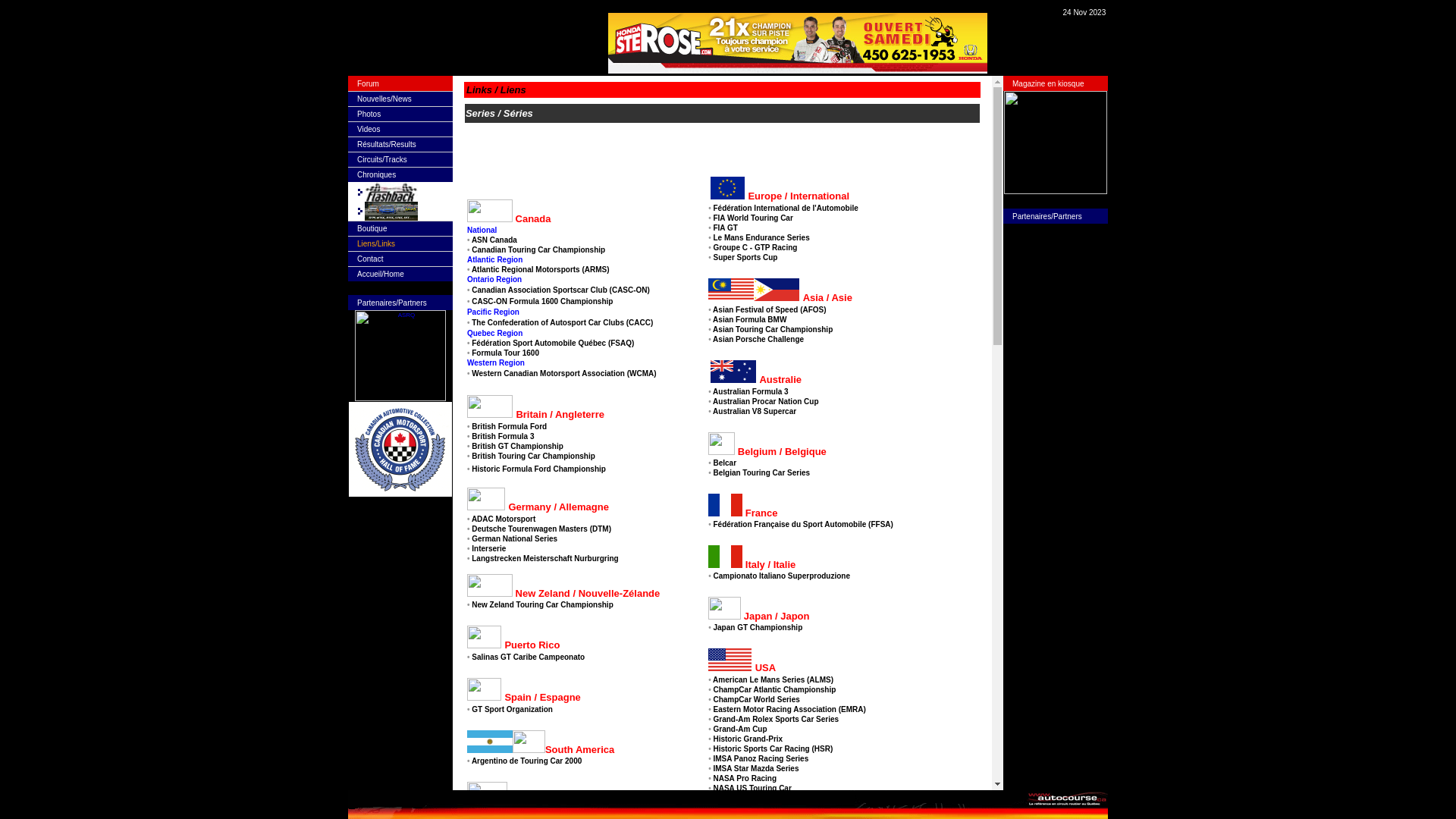 Image resolution: width=1456 pixels, height=819 pixels. What do you see at coordinates (356, 228) in the screenshot?
I see `'Boutique'` at bounding box center [356, 228].